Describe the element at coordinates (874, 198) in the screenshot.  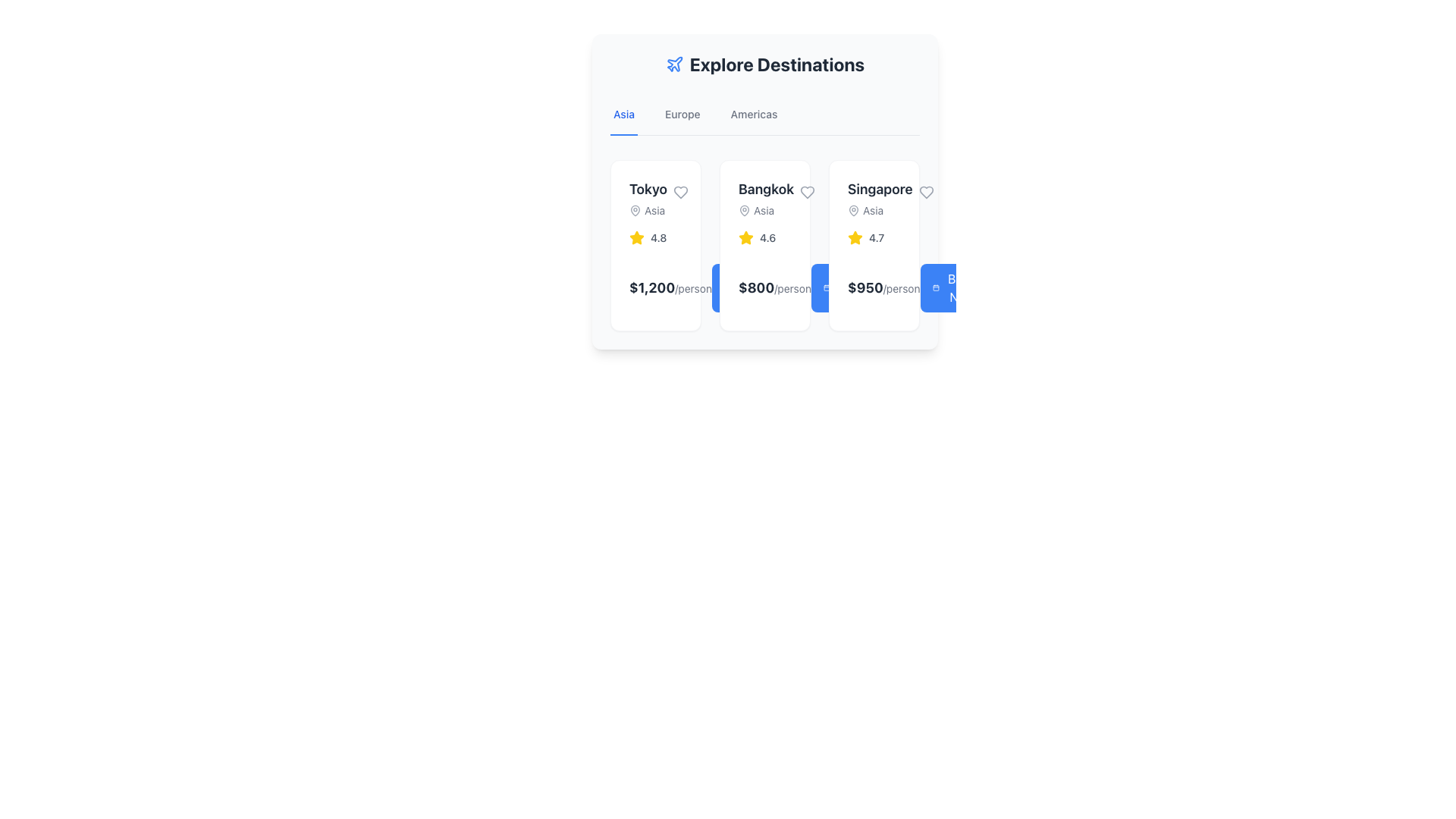
I see `the text label that displays 'Singapore', which is part of the destination card located under the 'Asia' tab in the 'Explore Destinations' panel` at that location.